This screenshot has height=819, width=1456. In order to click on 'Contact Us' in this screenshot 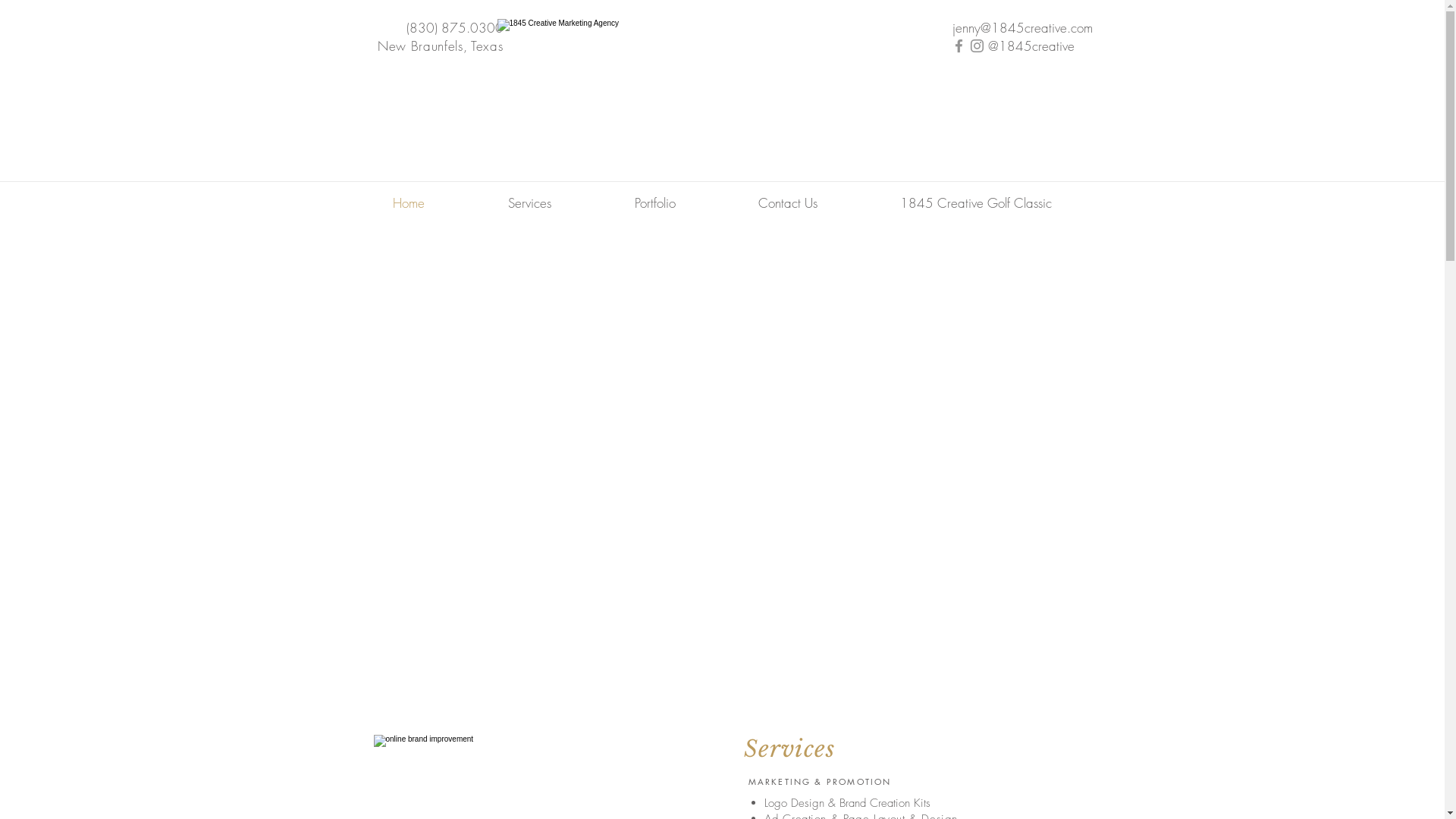, I will do `click(788, 202)`.